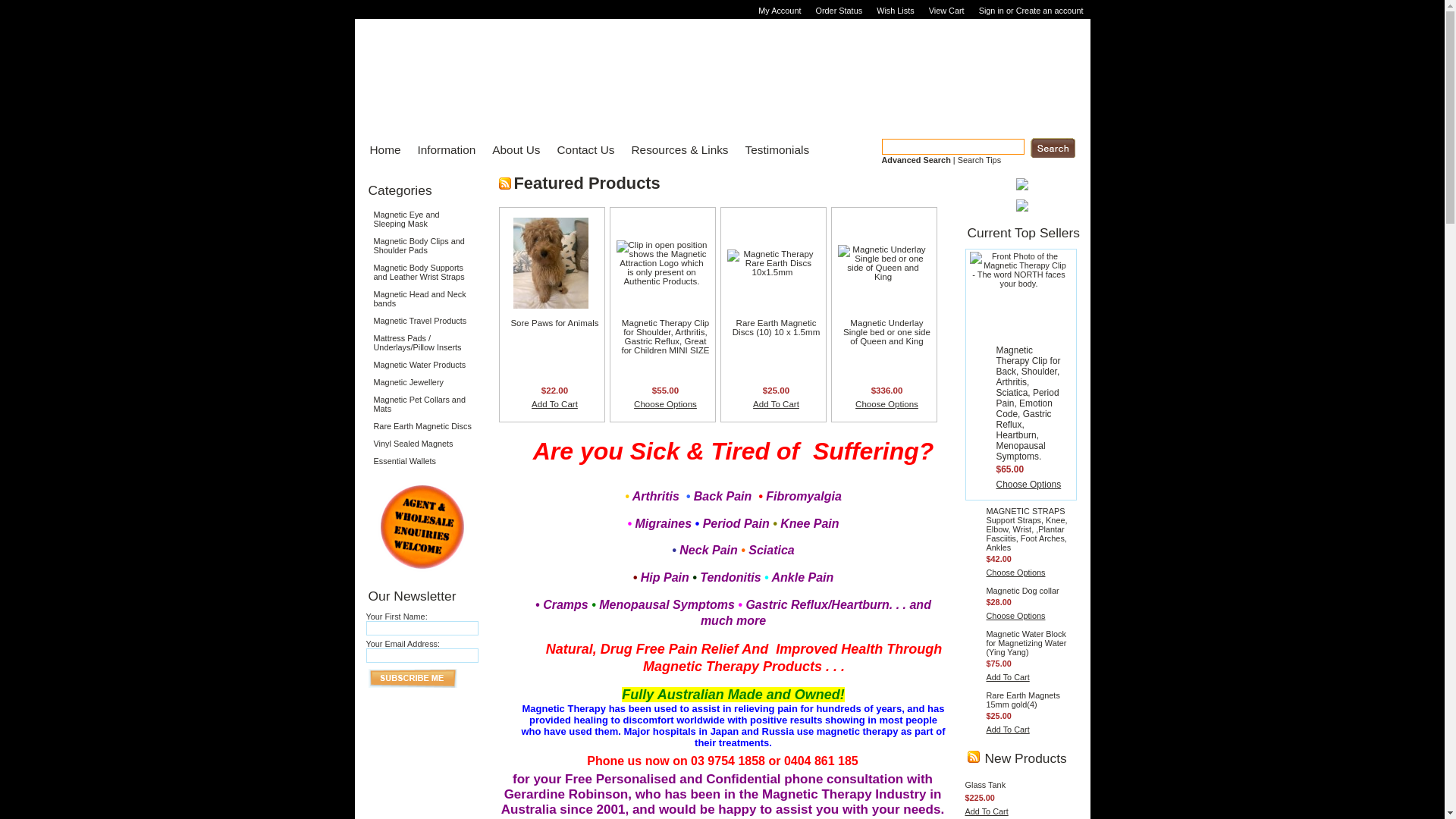  What do you see at coordinates (365, 365) in the screenshot?
I see `'Magnetic Water Products'` at bounding box center [365, 365].